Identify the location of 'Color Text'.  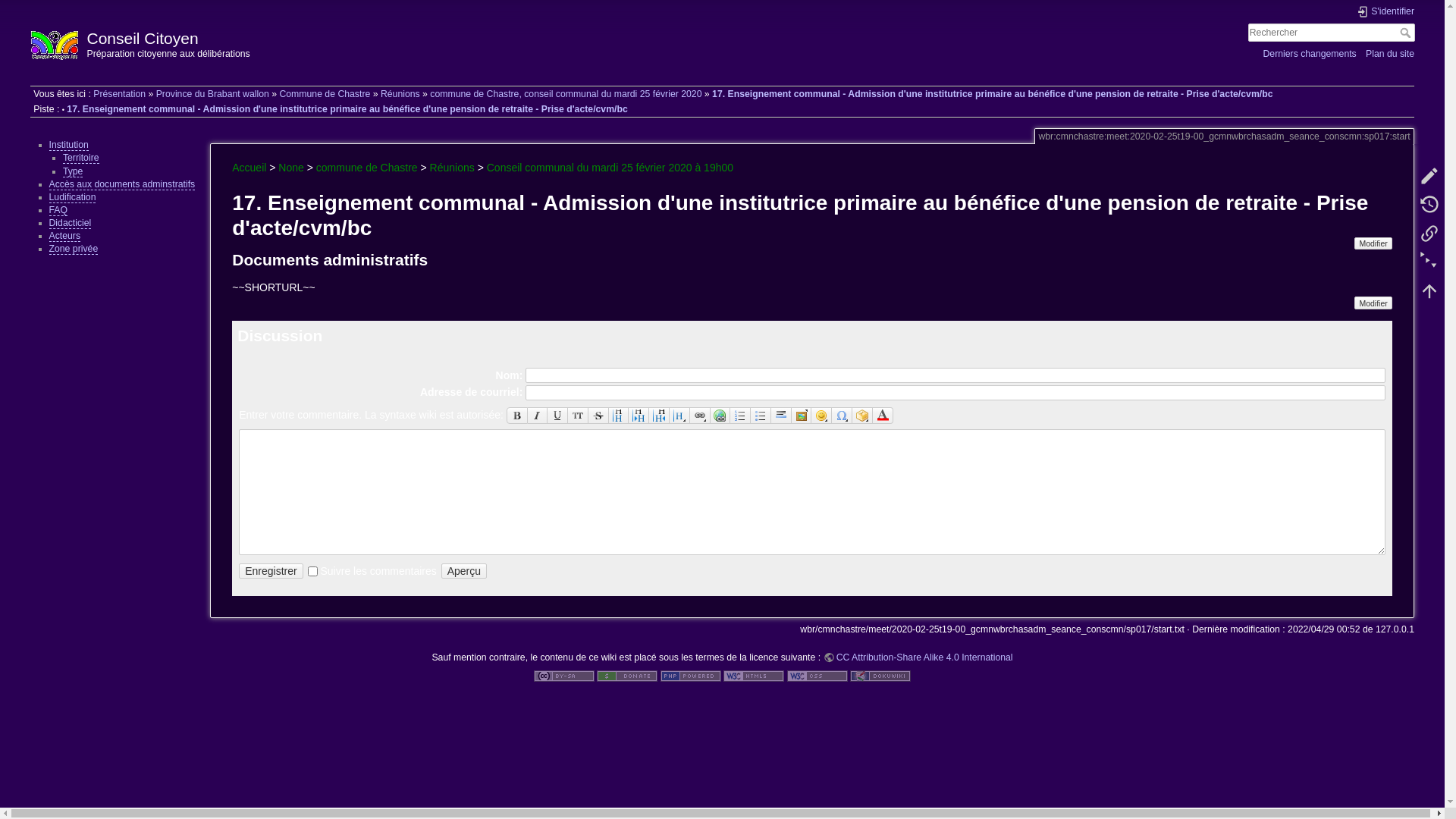
(883, 415).